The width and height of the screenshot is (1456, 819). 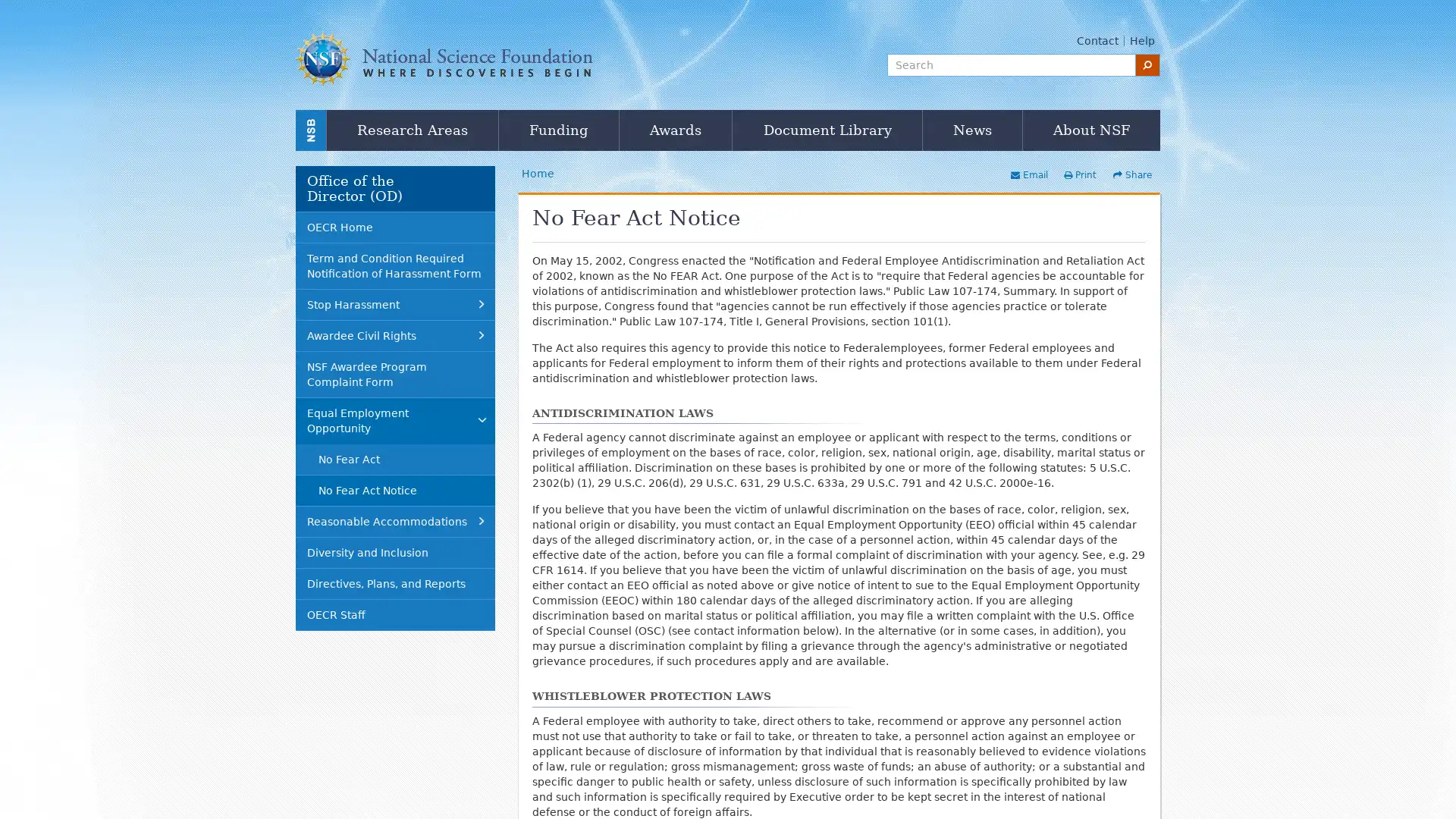 What do you see at coordinates (395, 520) in the screenshot?
I see `Reasonable Accommodations` at bounding box center [395, 520].